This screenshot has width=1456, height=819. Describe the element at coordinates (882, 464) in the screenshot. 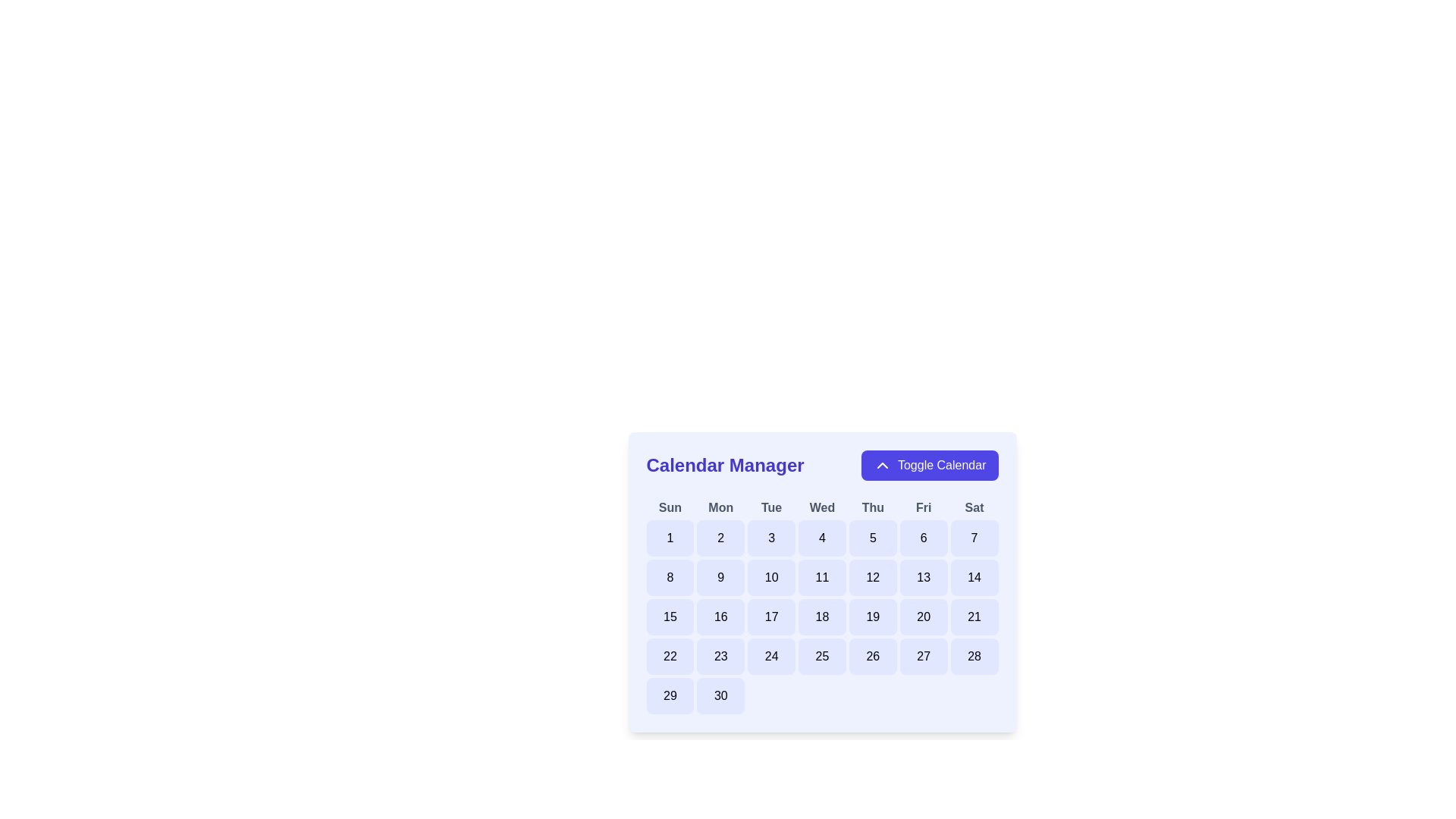

I see `the icon indicating the current state of the 'Toggle Calendar' button, located in the top-right corner of the calendar component adjacent to the 'Calendar Manager' text` at that location.